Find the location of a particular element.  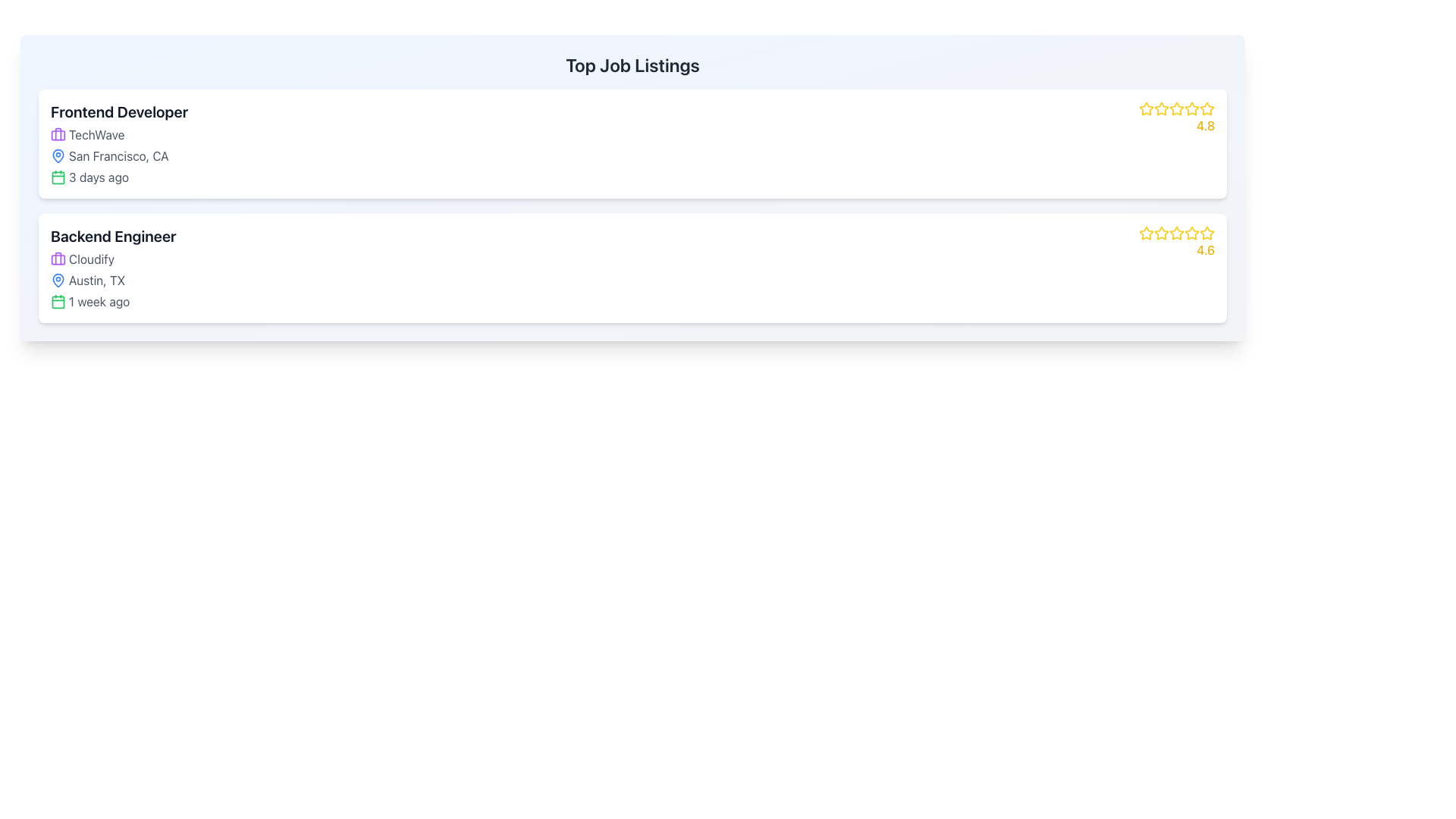

the third star icon in the rating system, which is filled with yellow and represents a score of '4.8' is located at coordinates (1175, 108).